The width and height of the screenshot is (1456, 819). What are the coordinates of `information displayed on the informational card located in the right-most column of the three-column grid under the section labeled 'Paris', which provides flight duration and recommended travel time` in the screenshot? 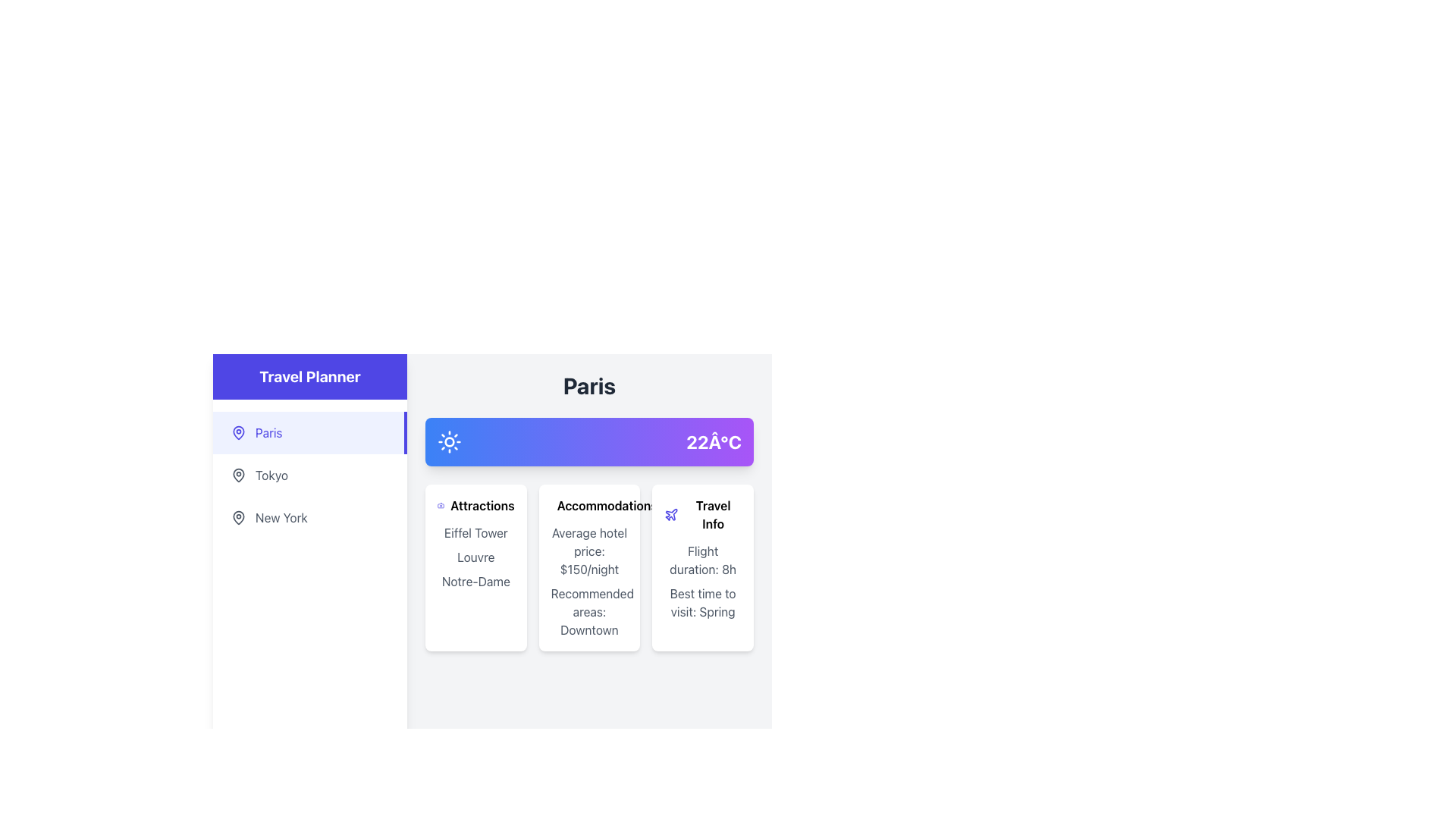 It's located at (702, 567).